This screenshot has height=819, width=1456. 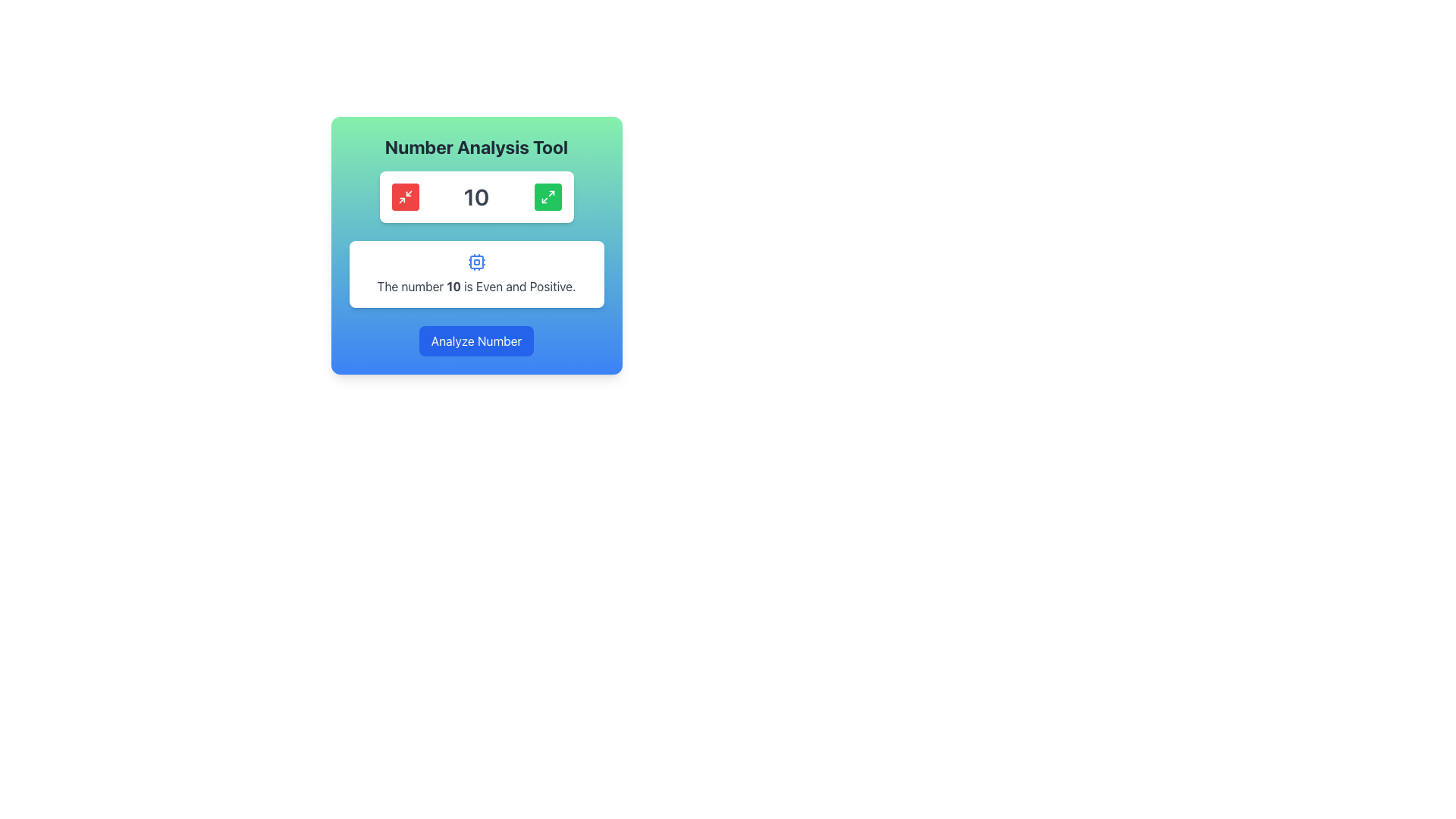 What do you see at coordinates (475, 196) in the screenshot?
I see `the central text label that presents a numeric value, located between a red-themed button on the left and a green-themed button on the right` at bounding box center [475, 196].